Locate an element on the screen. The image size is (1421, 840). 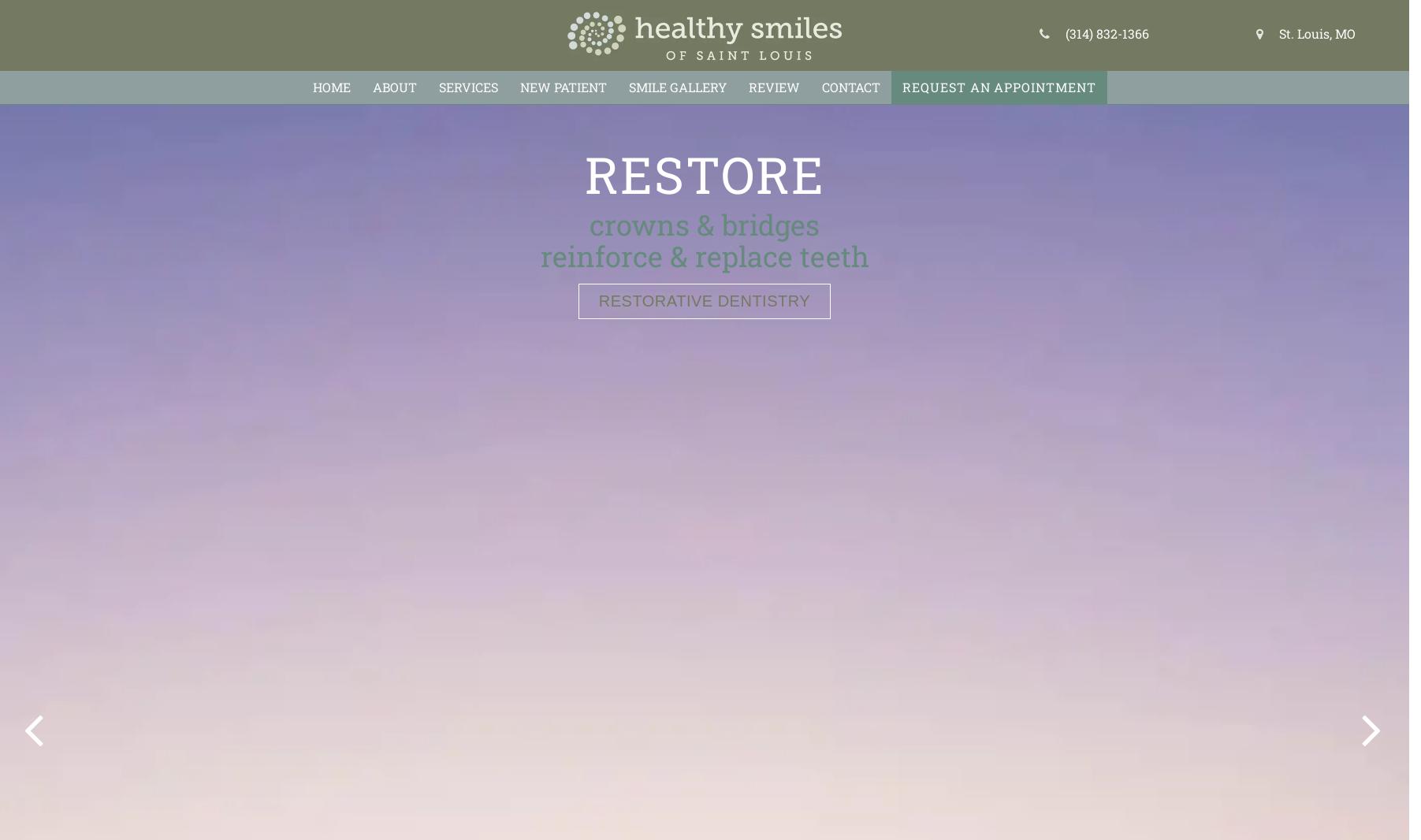
'Esthetic Dentistry' is located at coordinates (703, 300).